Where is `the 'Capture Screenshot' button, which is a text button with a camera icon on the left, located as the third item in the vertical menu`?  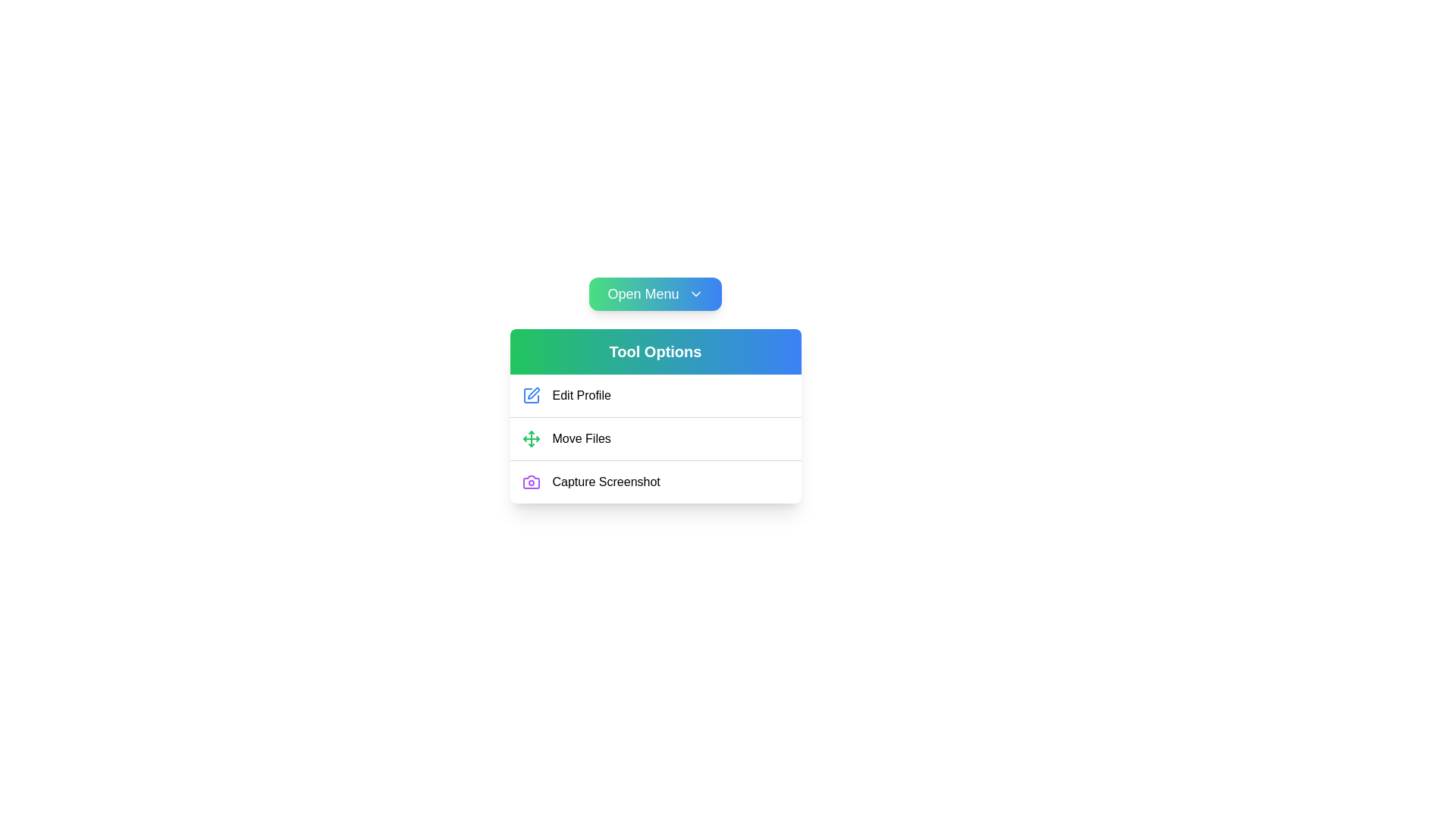
the 'Capture Screenshot' button, which is a text button with a camera icon on the left, located as the third item in the vertical menu is located at coordinates (655, 482).